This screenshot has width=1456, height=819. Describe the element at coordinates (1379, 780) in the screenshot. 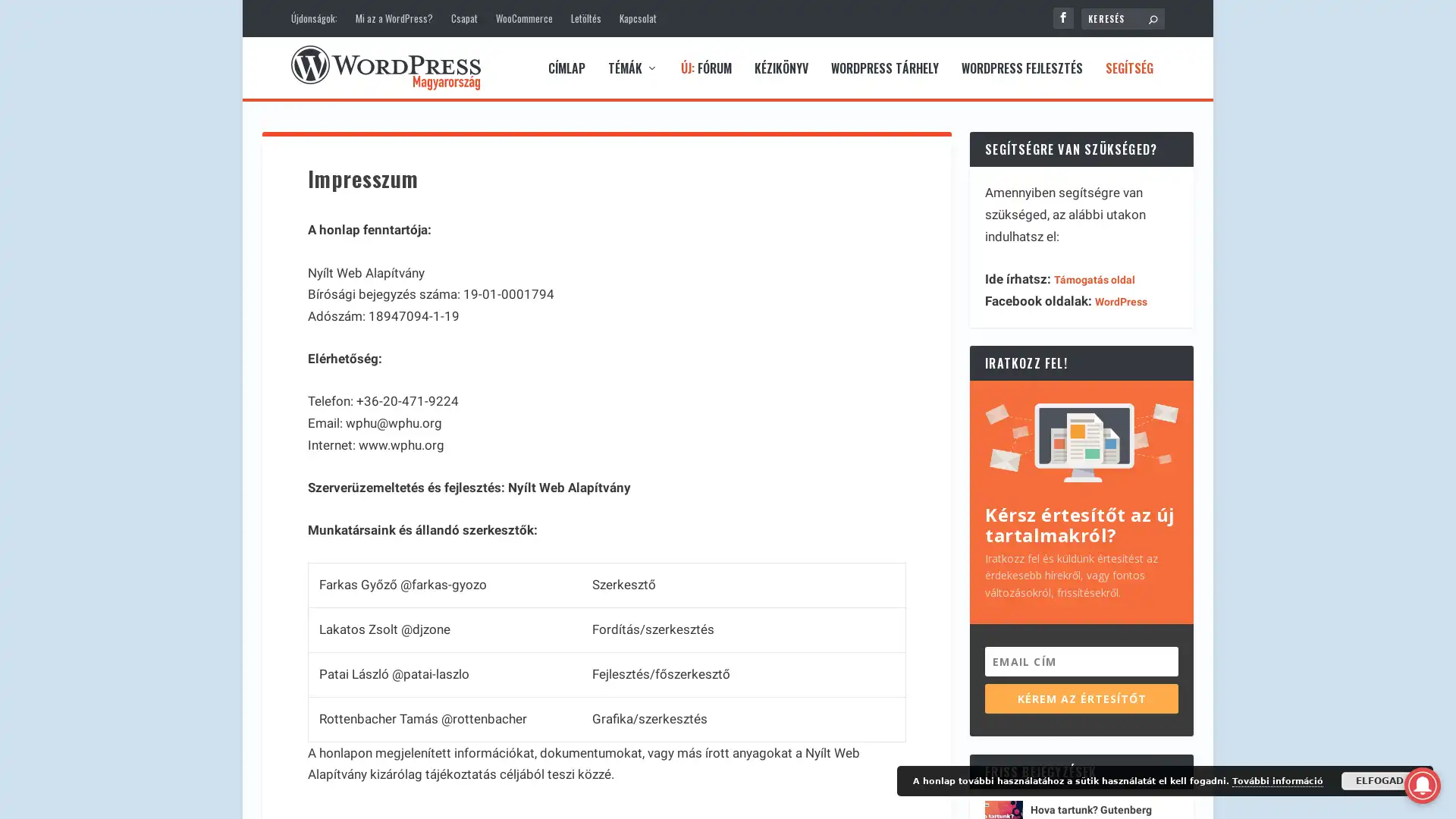

I see `ELFOGAD` at that location.